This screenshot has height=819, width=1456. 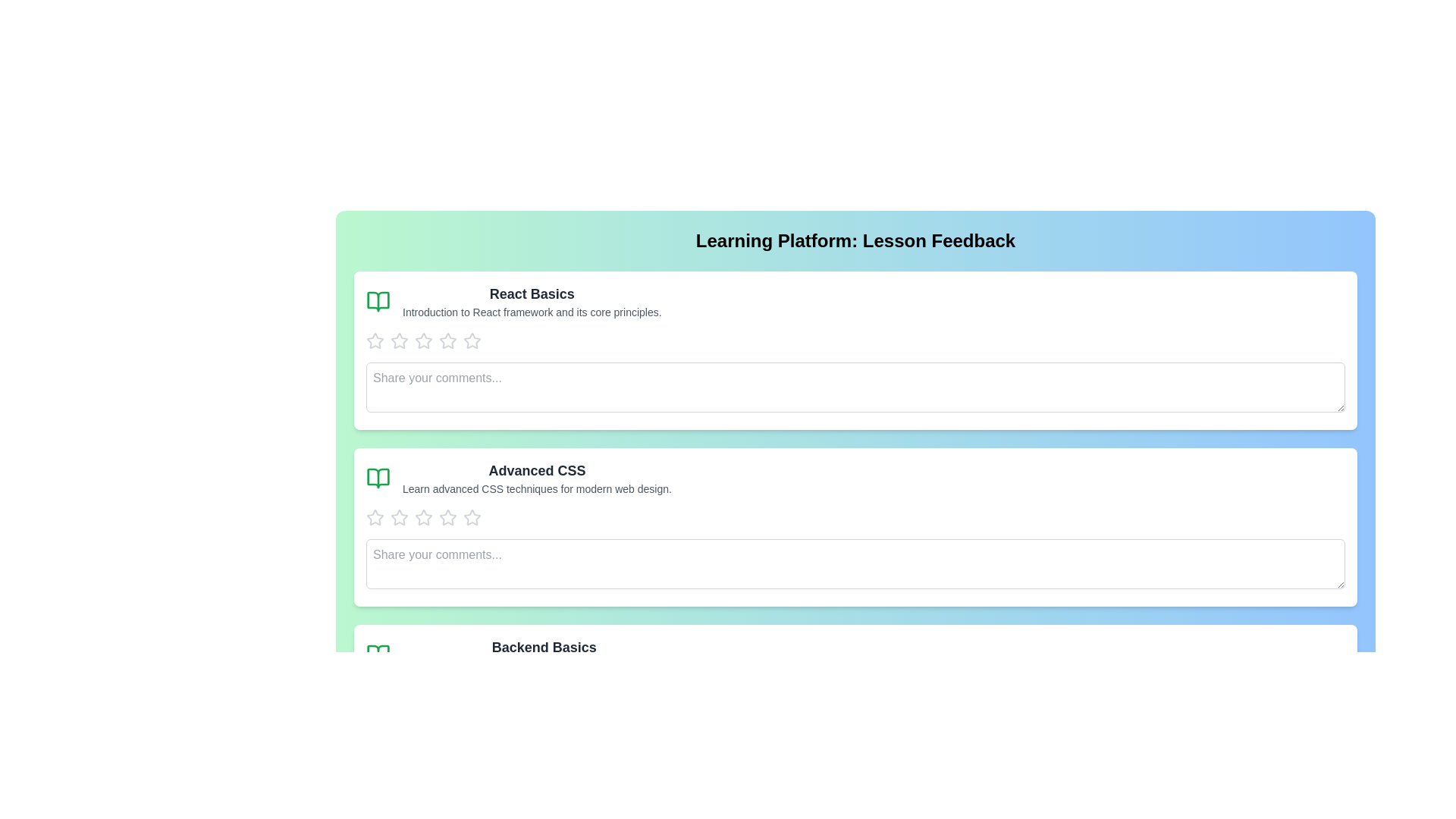 What do you see at coordinates (472, 516) in the screenshot?
I see `the eighth star icon in the horizontal sequence of rating icons for the 'Advanced CSS' lesson` at bounding box center [472, 516].